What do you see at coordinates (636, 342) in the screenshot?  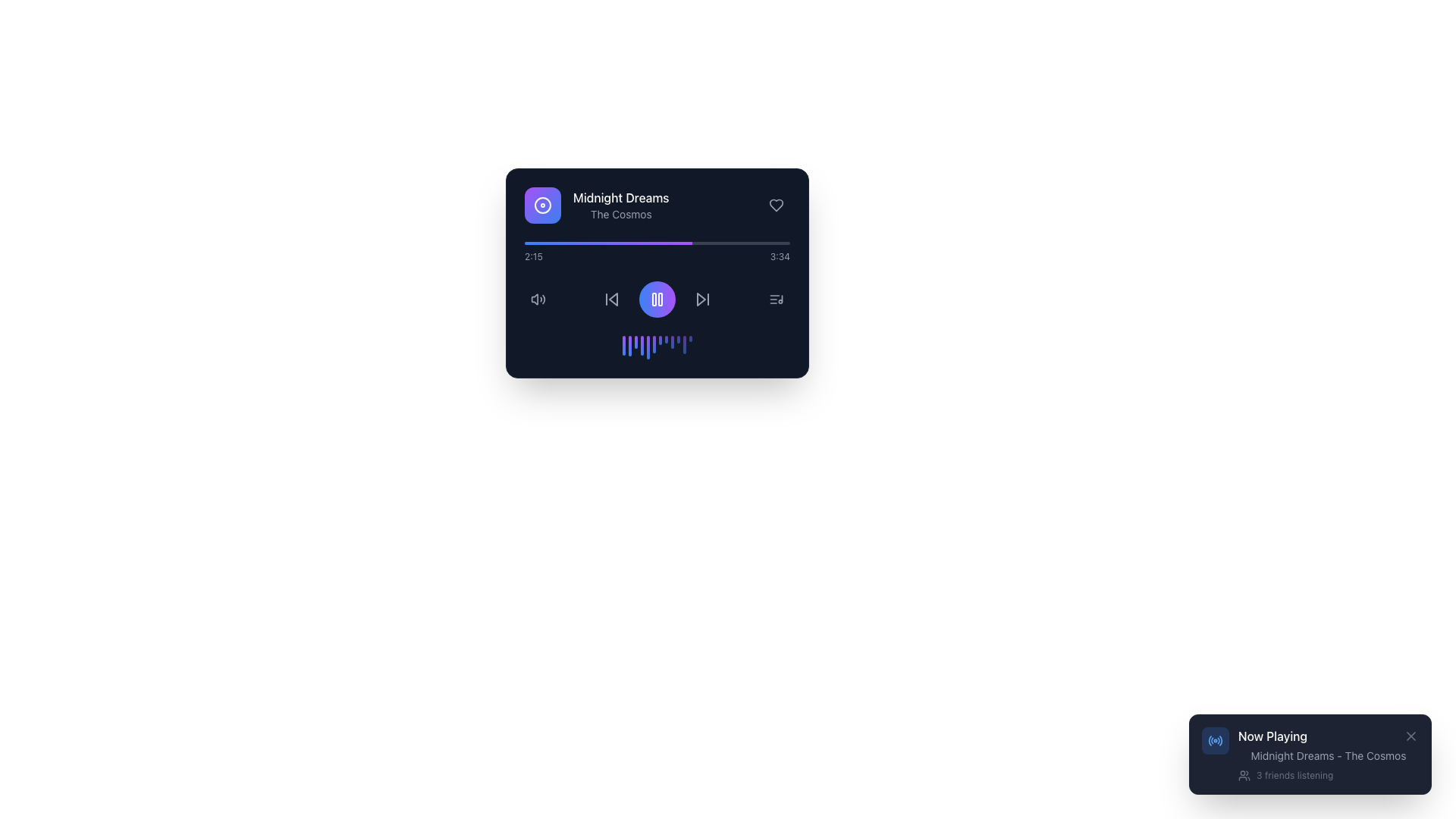 I see `the animation of the Dynamic visual bar, which is the third bar from the left in the audio player interface, showcasing a gradient color from blue to purple and a pulsing effect` at bounding box center [636, 342].